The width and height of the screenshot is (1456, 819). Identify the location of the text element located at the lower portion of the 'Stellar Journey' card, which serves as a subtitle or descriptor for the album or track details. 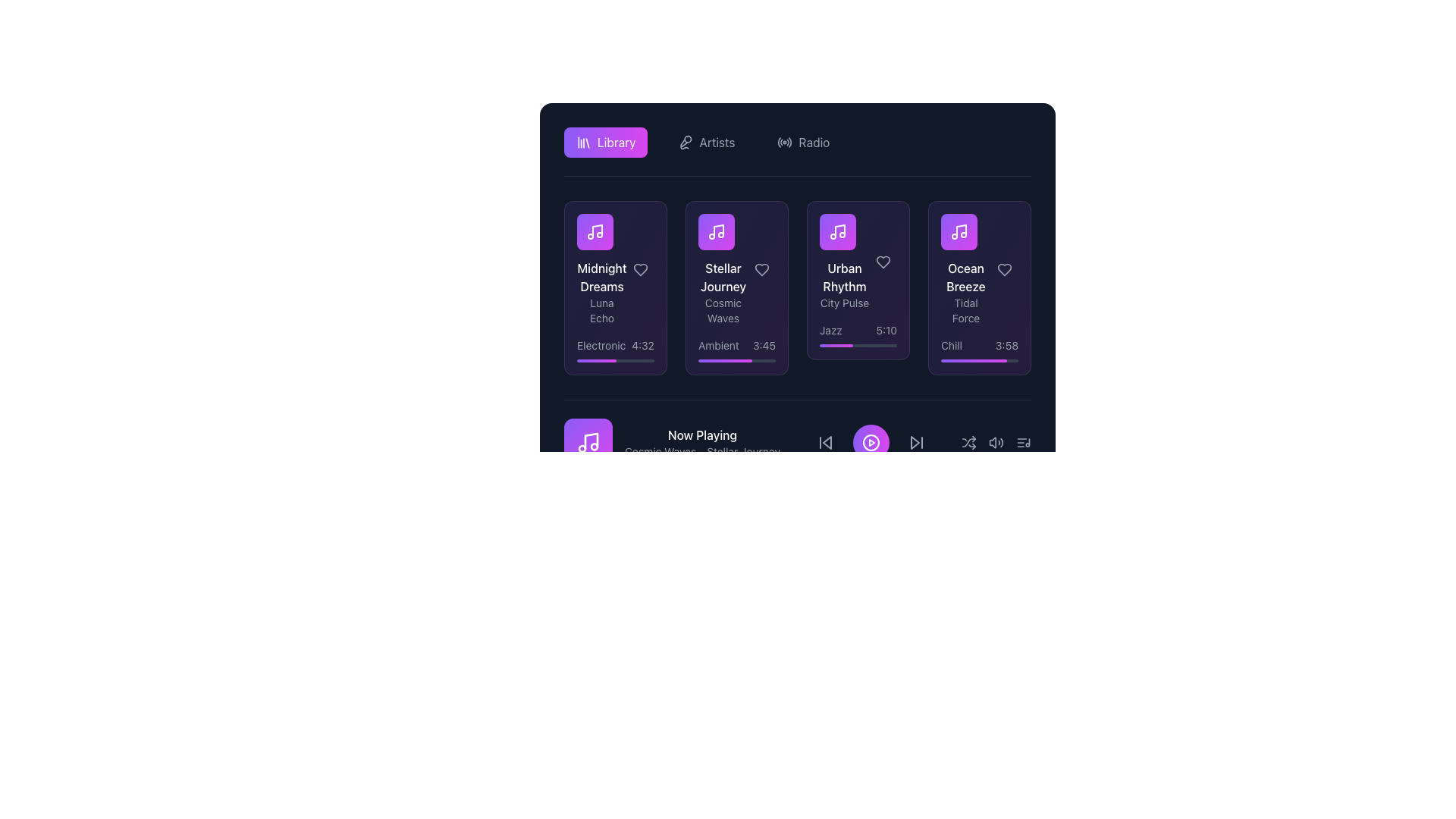
(723, 309).